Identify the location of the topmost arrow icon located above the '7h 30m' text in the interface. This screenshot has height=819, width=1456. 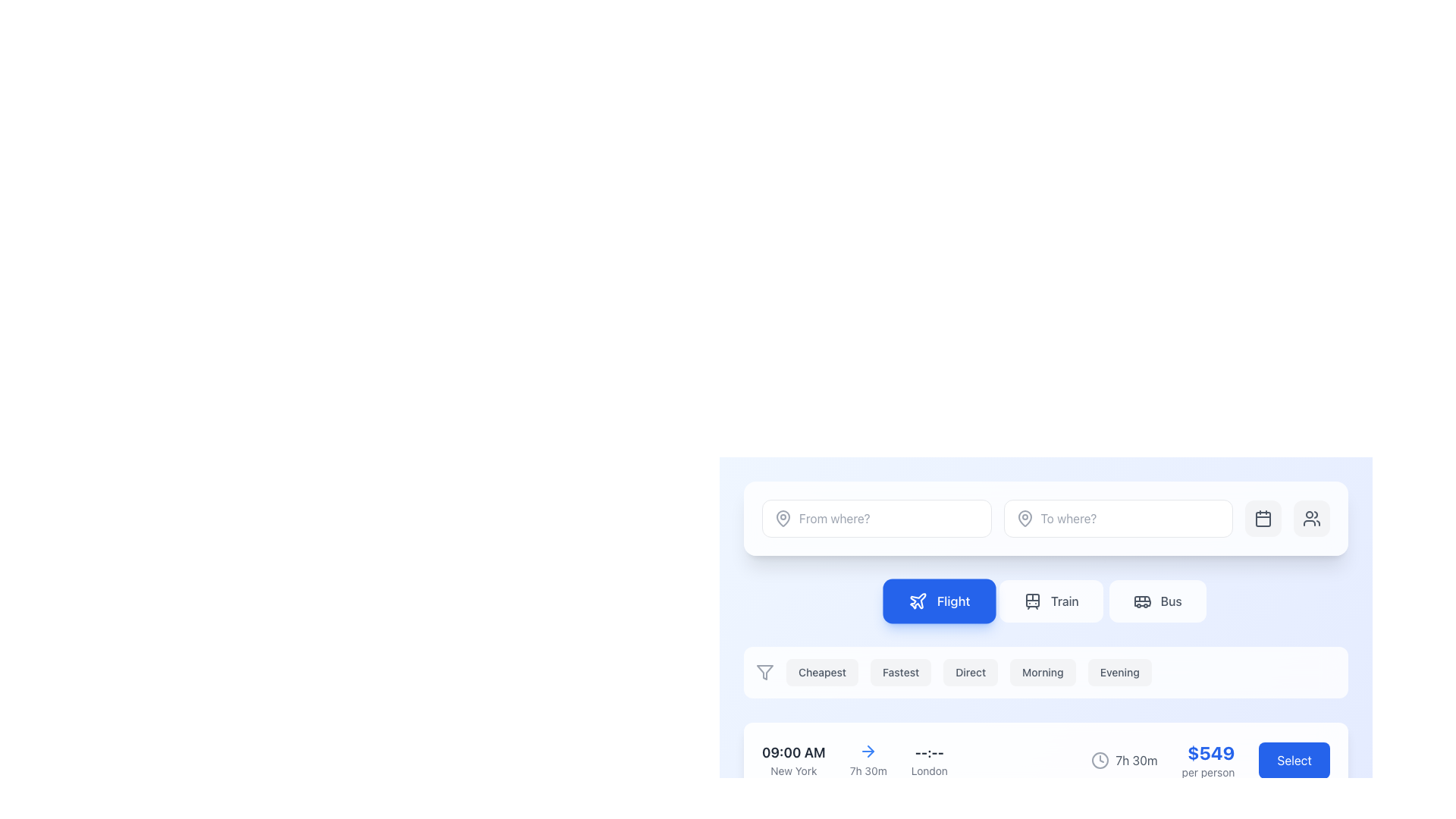
(868, 752).